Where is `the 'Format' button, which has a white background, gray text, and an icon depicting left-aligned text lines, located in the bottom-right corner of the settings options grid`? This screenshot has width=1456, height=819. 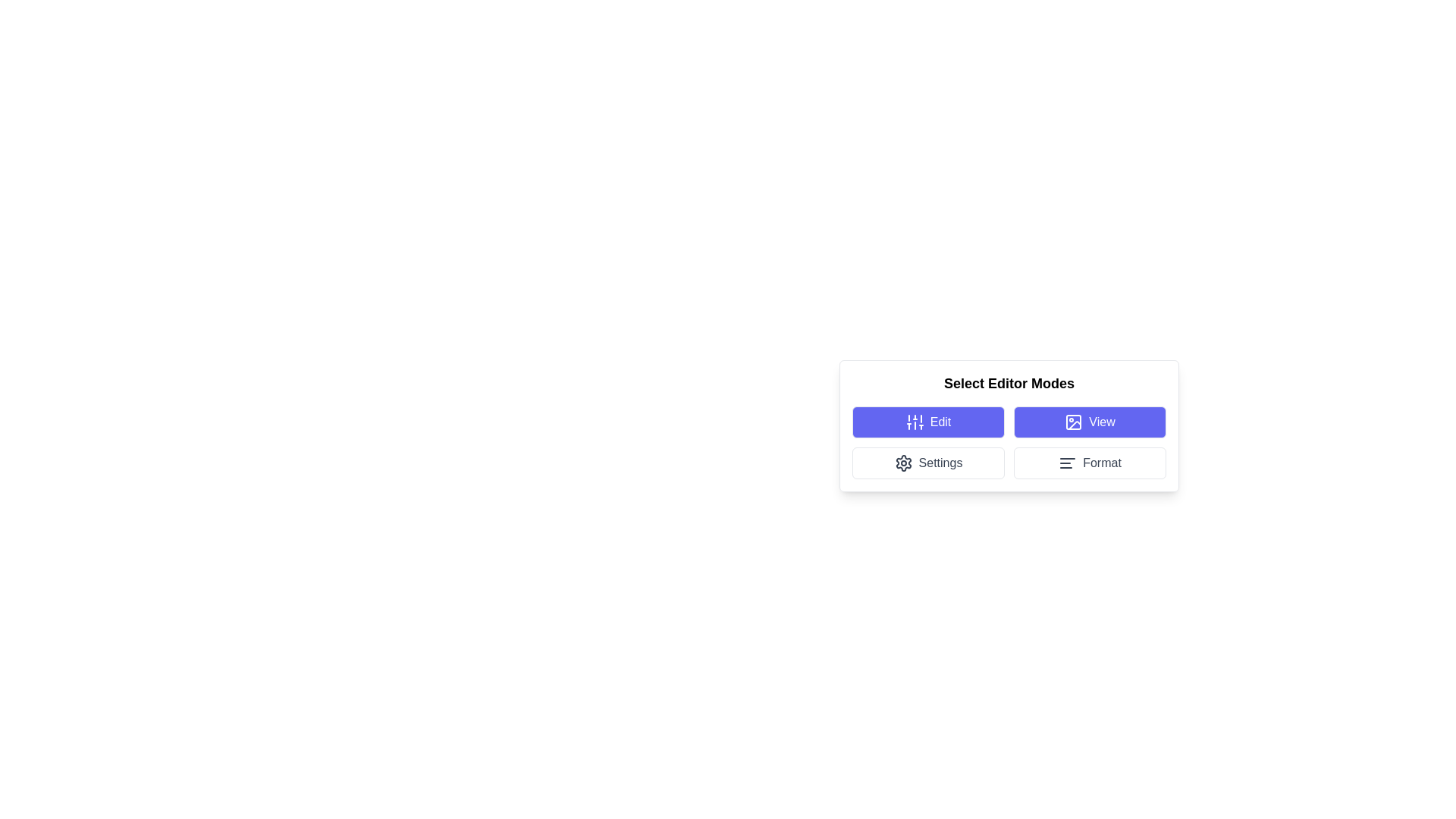 the 'Format' button, which has a white background, gray text, and an icon depicting left-aligned text lines, located in the bottom-right corner of the settings options grid is located at coordinates (1089, 462).